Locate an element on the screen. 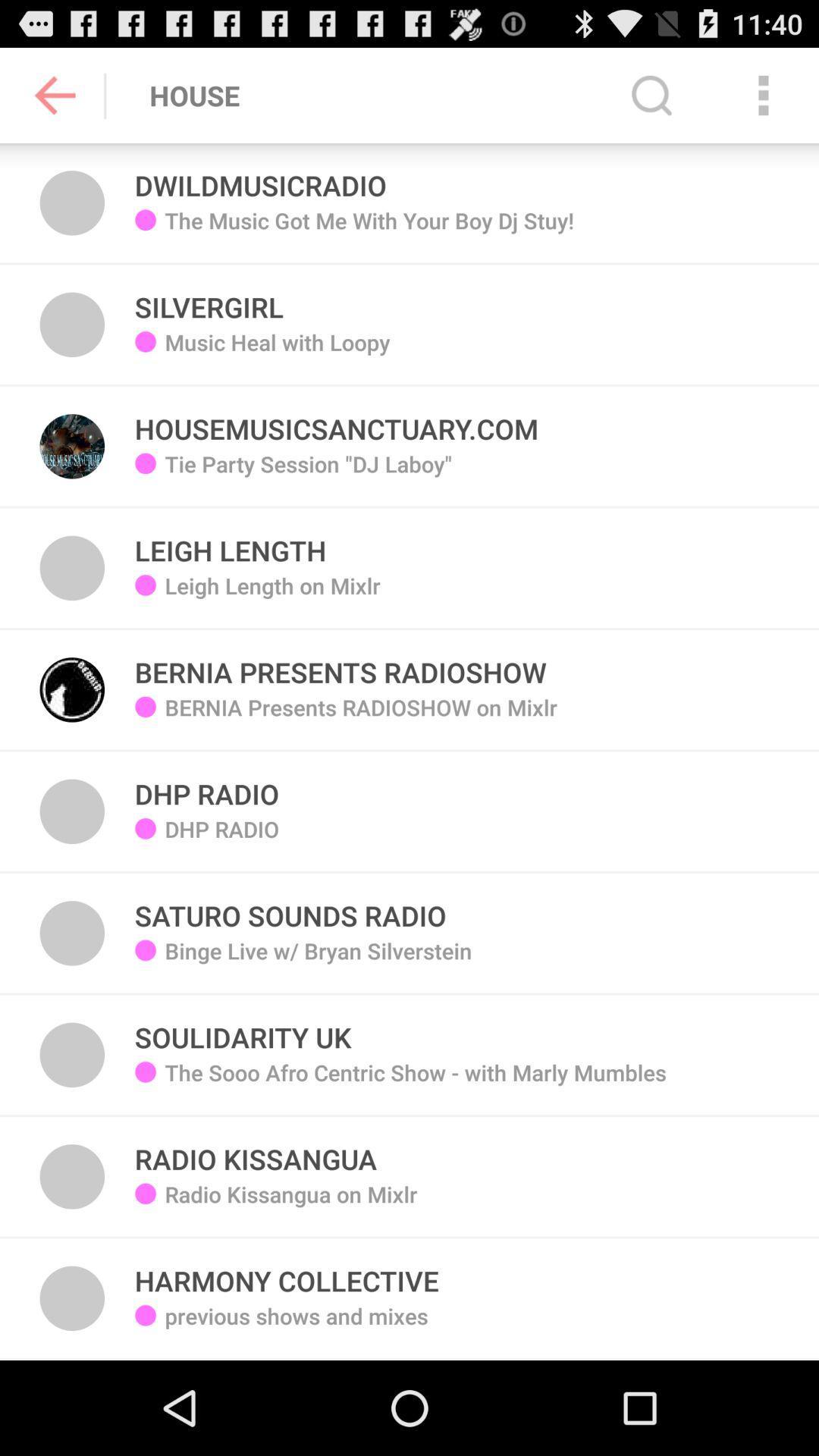 The image size is (819, 1456). the item below the dhp radio is located at coordinates (290, 907).